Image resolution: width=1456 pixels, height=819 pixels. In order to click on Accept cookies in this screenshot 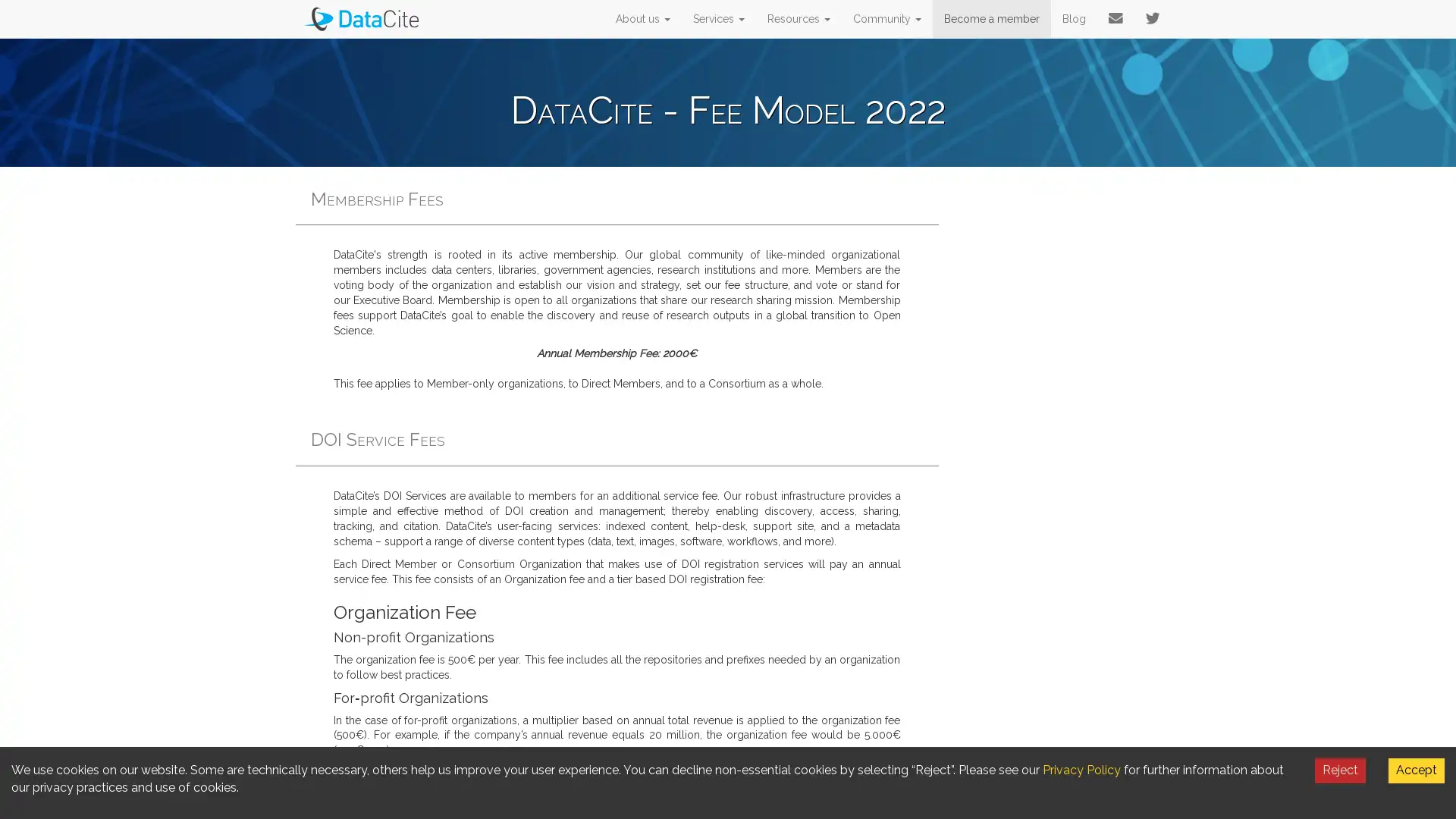, I will do `click(1415, 770)`.